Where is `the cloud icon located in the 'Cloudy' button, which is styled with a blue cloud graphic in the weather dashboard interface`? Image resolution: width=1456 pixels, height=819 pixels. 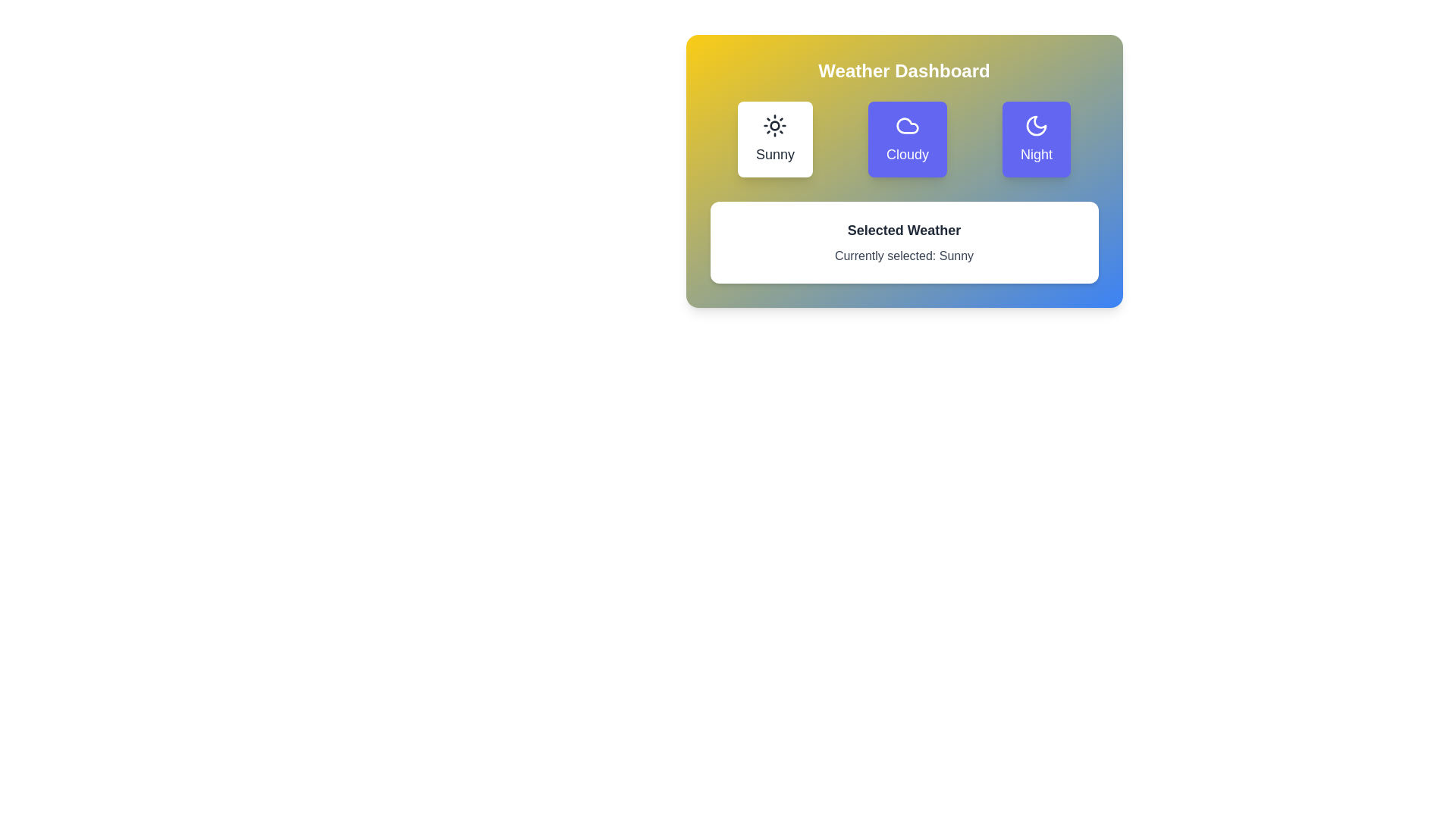
the cloud icon located in the 'Cloudy' button, which is styled with a blue cloud graphic in the weather dashboard interface is located at coordinates (907, 124).